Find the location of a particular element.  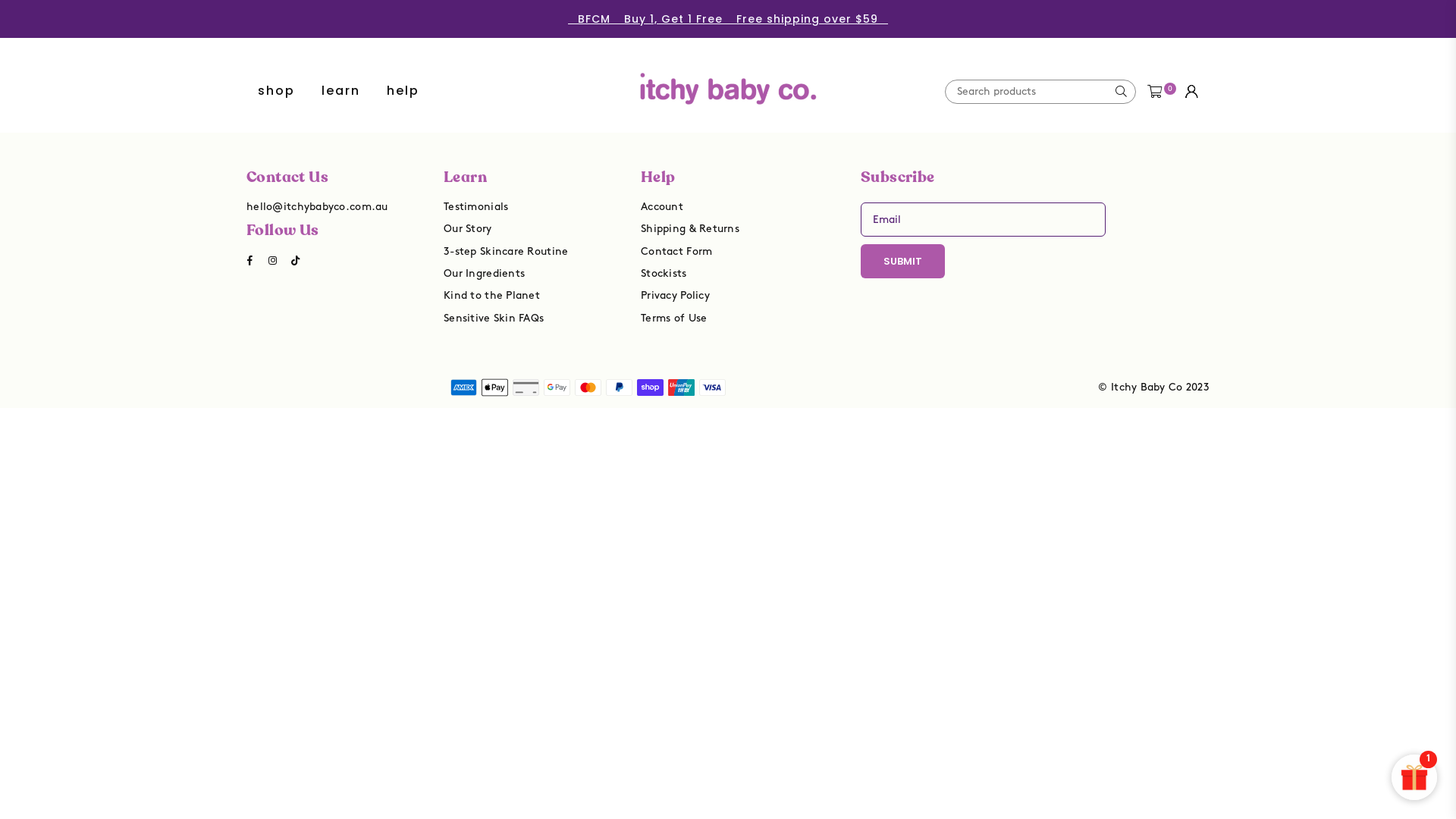

'TikTok' is located at coordinates (284, 259).